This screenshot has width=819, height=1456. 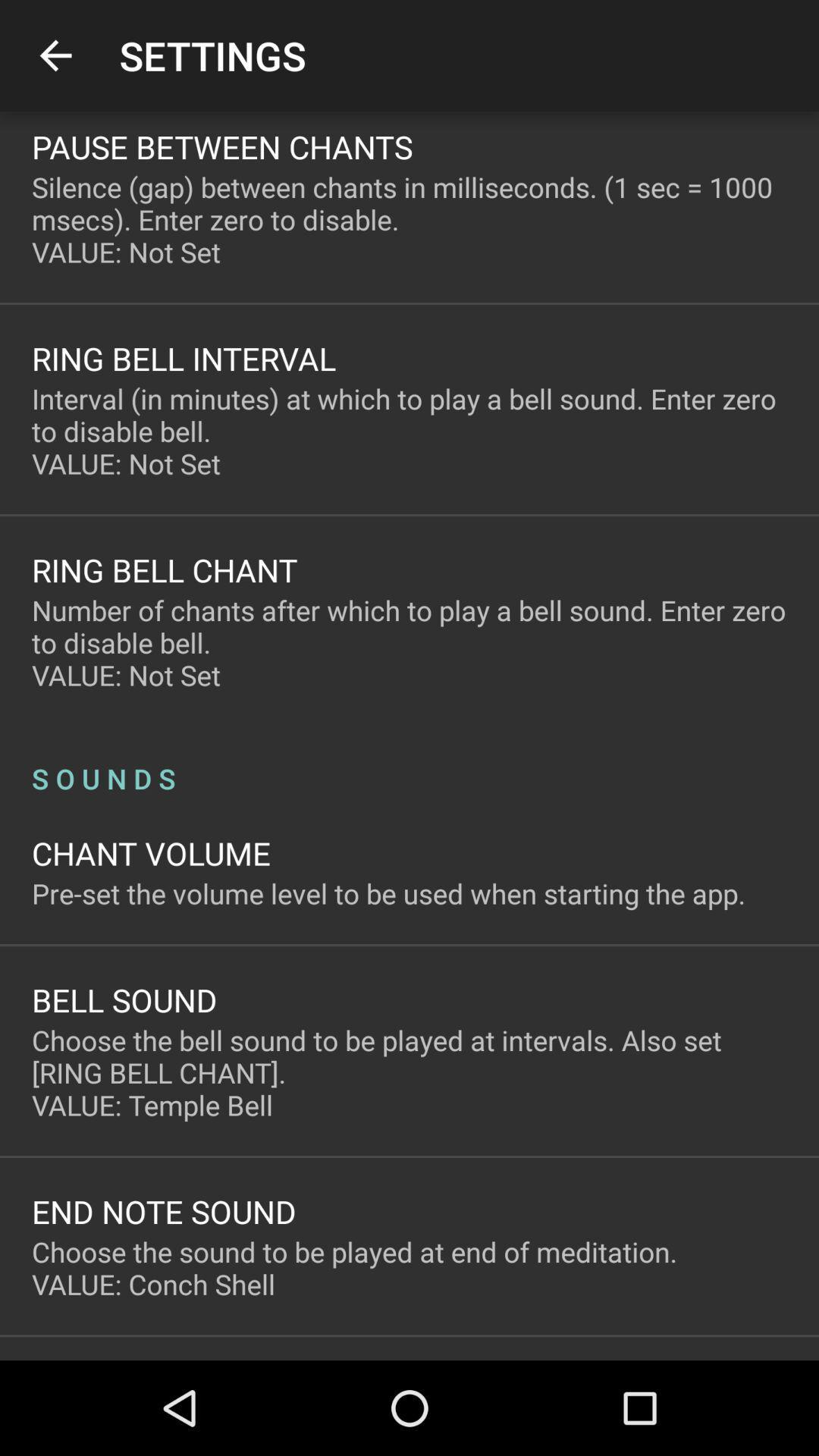 I want to click on the item below the s o u item, so click(x=151, y=852).